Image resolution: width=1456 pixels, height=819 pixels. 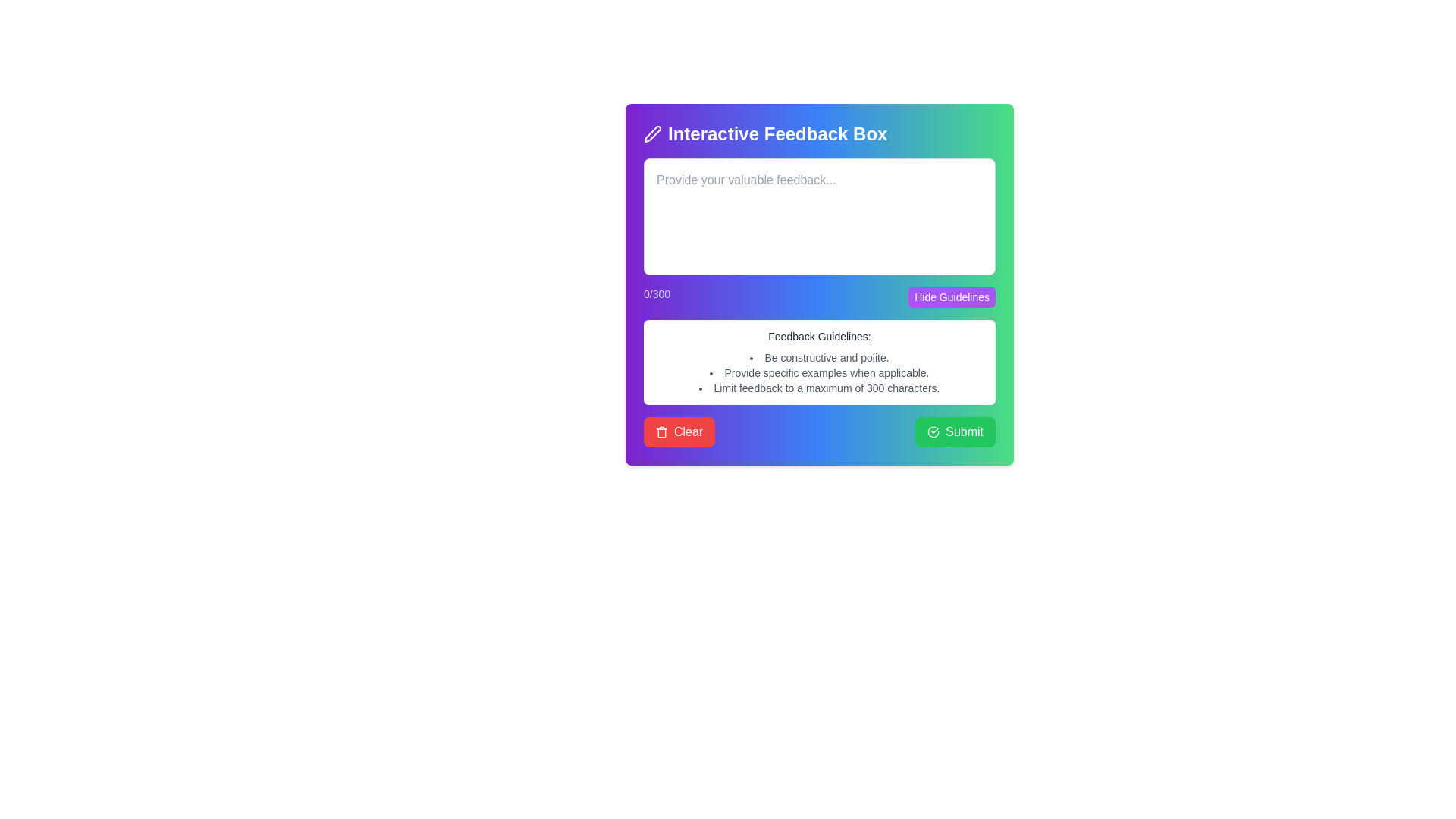 What do you see at coordinates (818, 284) in the screenshot?
I see `the 'Clear' button located at the bottom of the vibrant gradient feedback form, which is near the center of the feedback interface` at bounding box center [818, 284].